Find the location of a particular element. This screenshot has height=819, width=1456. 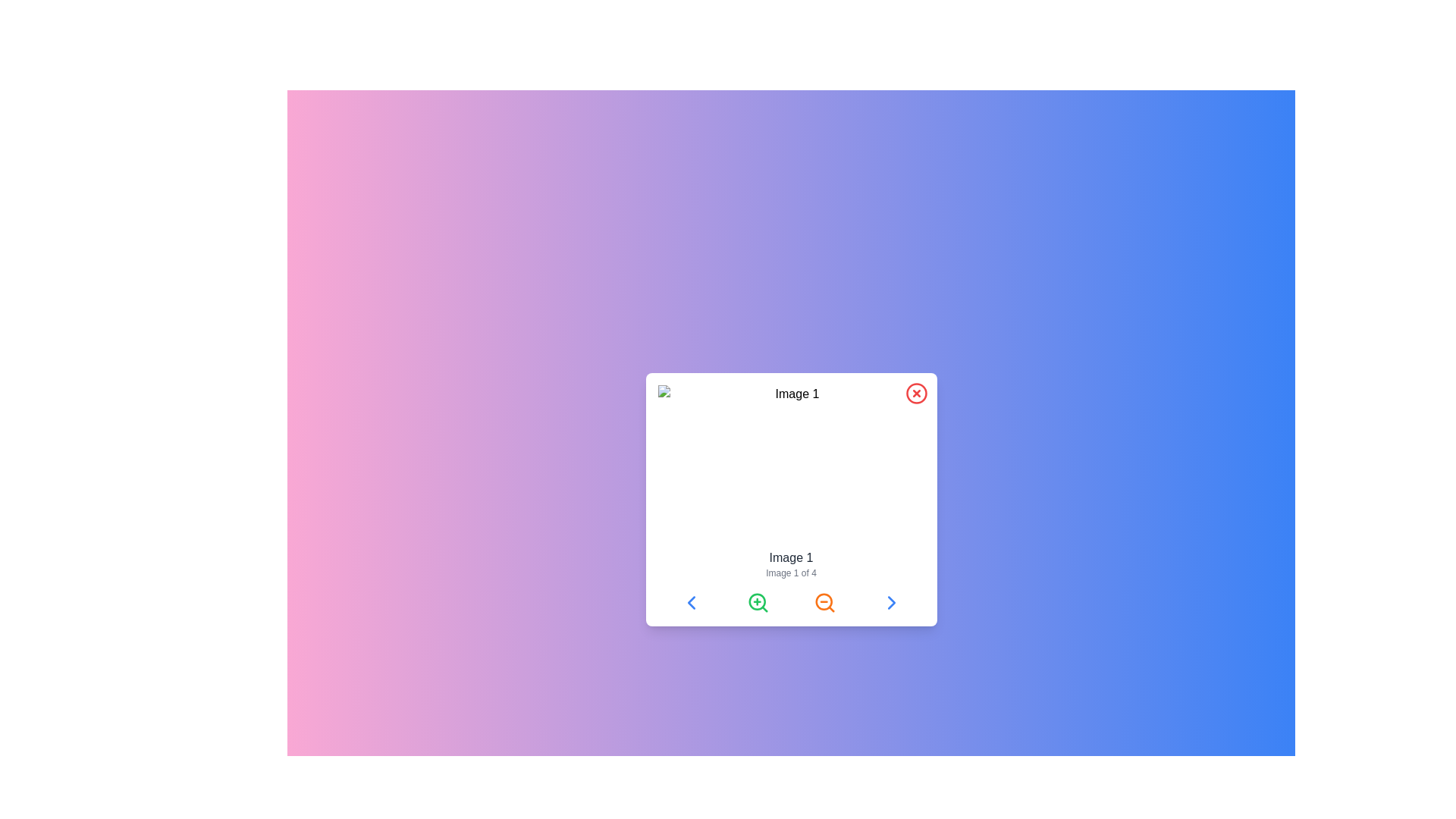

the decorative circle in the top-right corner of the modal that represents the close functionality is located at coordinates (915, 393).